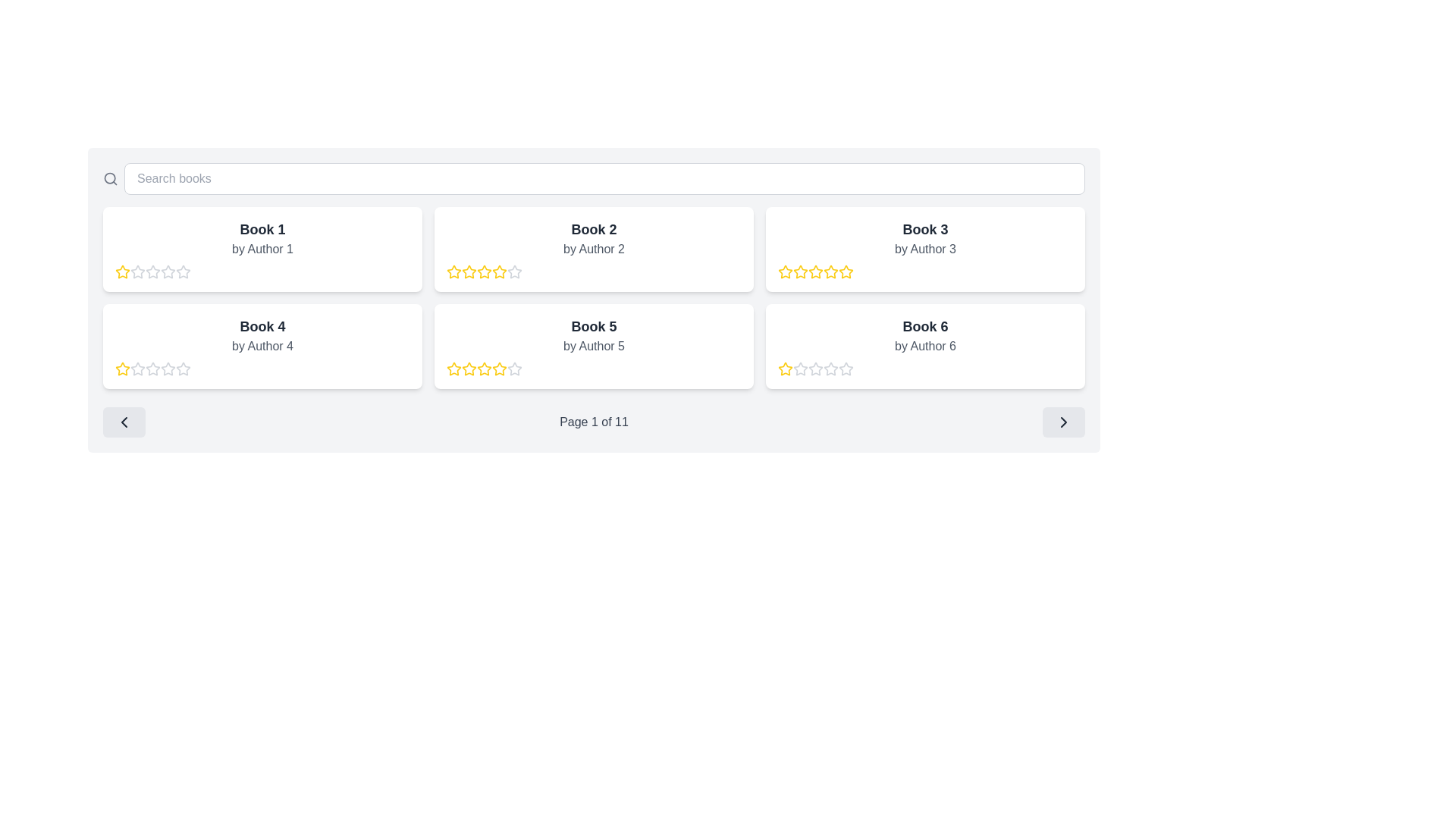  I want to click on the navigation button that advances to the next page in the pagination section labeled 'Page 1 of 11', so click(1062, 422).